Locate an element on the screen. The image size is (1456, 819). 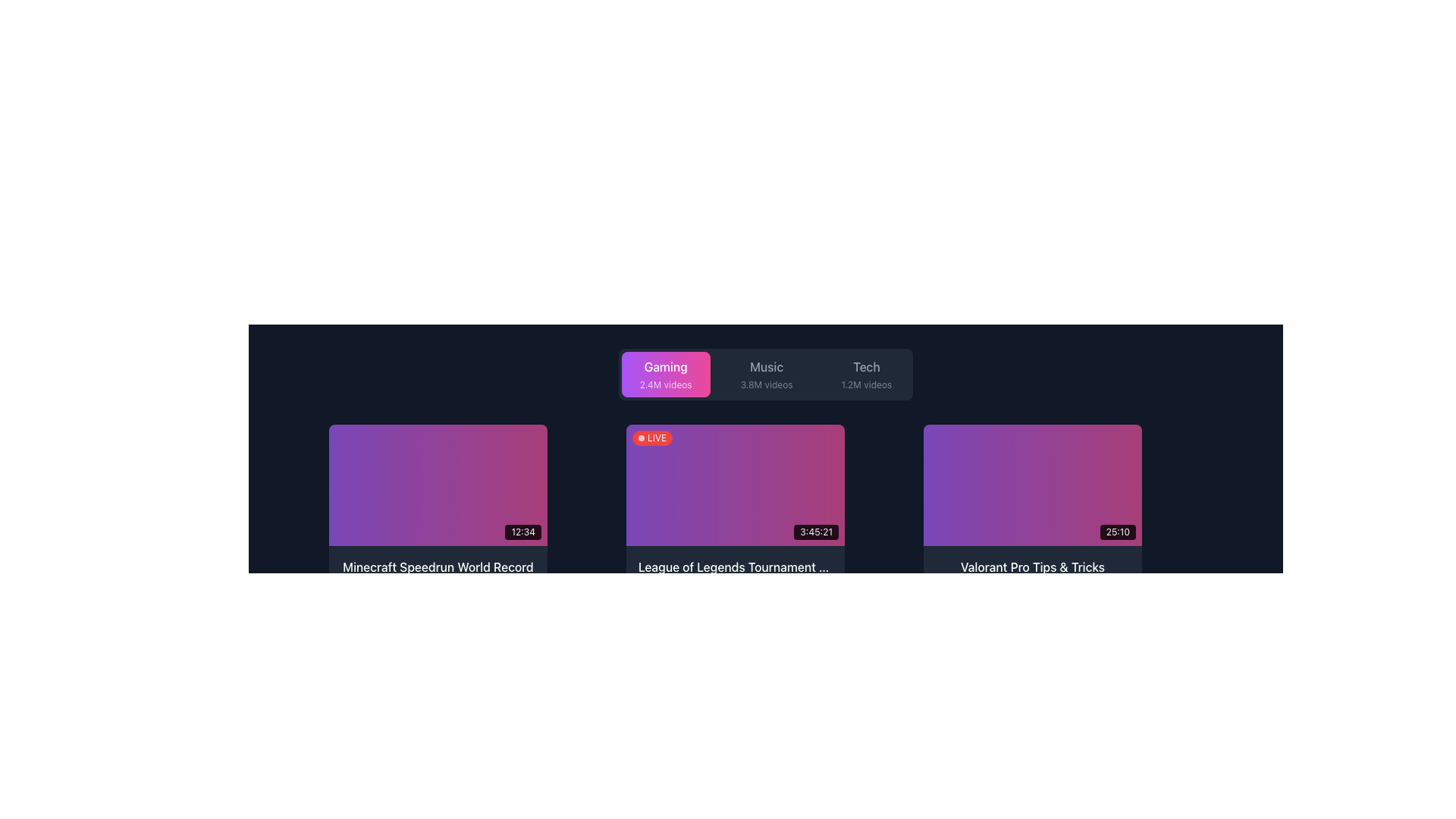
text content of the 'Tech' label which shows '1.2M videos' and is the third element in a horizontal group of three labels is located at coordinates (866, 374).